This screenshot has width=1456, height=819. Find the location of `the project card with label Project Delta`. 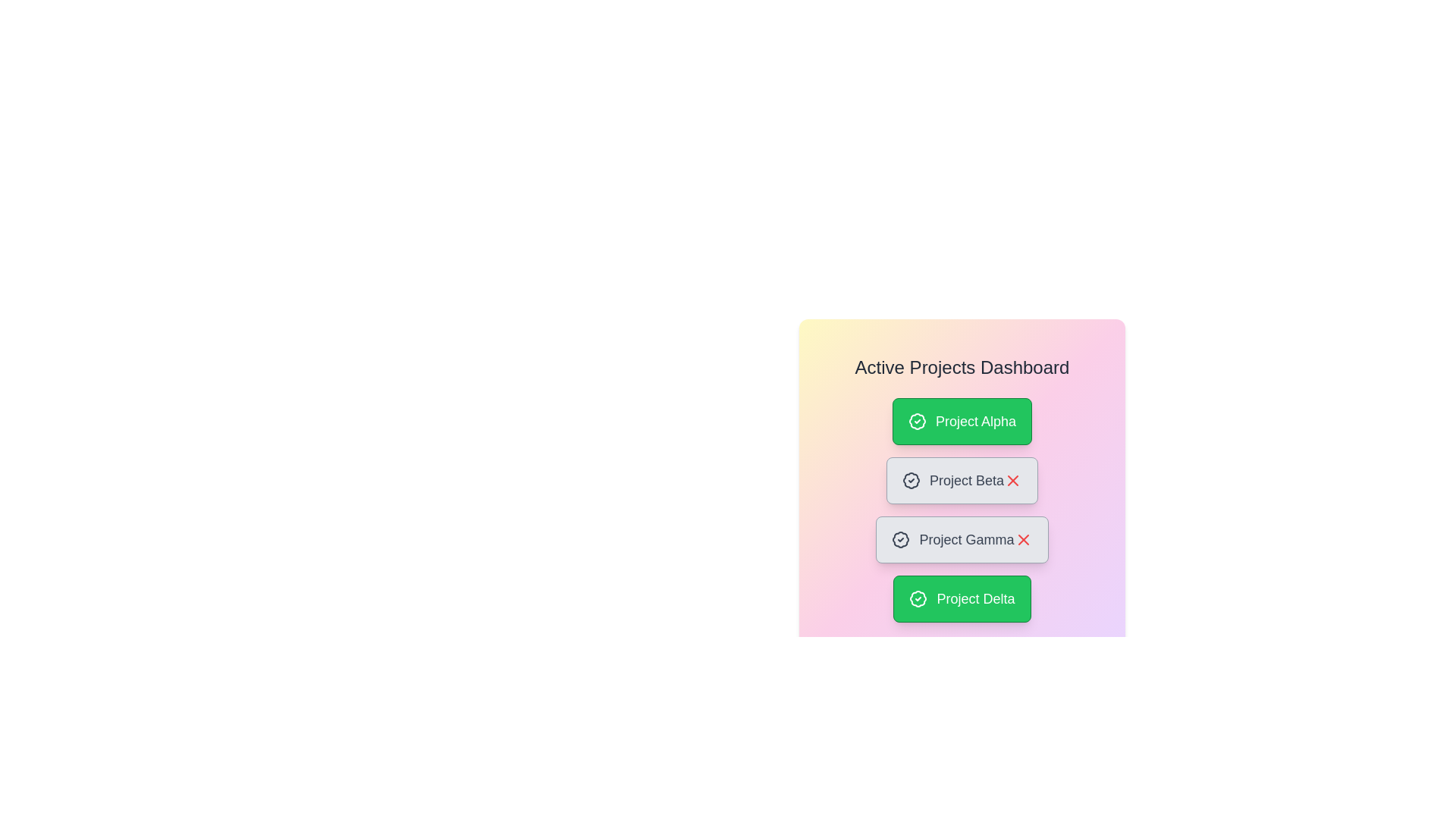

the project card with label Project Delta is located at coordinates (961, 598).